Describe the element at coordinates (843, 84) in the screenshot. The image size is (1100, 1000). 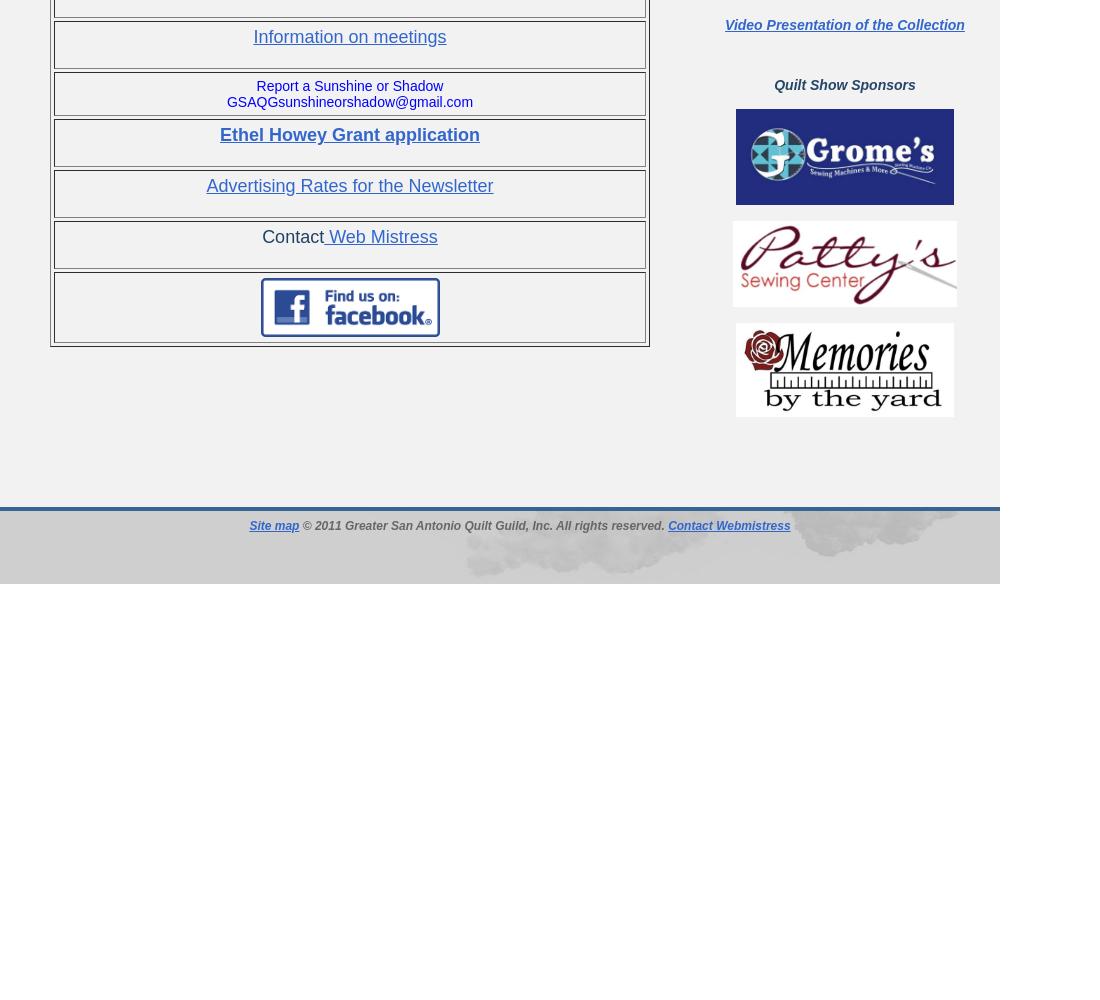
I see `'Quilt Show Sponsors'` at that location.